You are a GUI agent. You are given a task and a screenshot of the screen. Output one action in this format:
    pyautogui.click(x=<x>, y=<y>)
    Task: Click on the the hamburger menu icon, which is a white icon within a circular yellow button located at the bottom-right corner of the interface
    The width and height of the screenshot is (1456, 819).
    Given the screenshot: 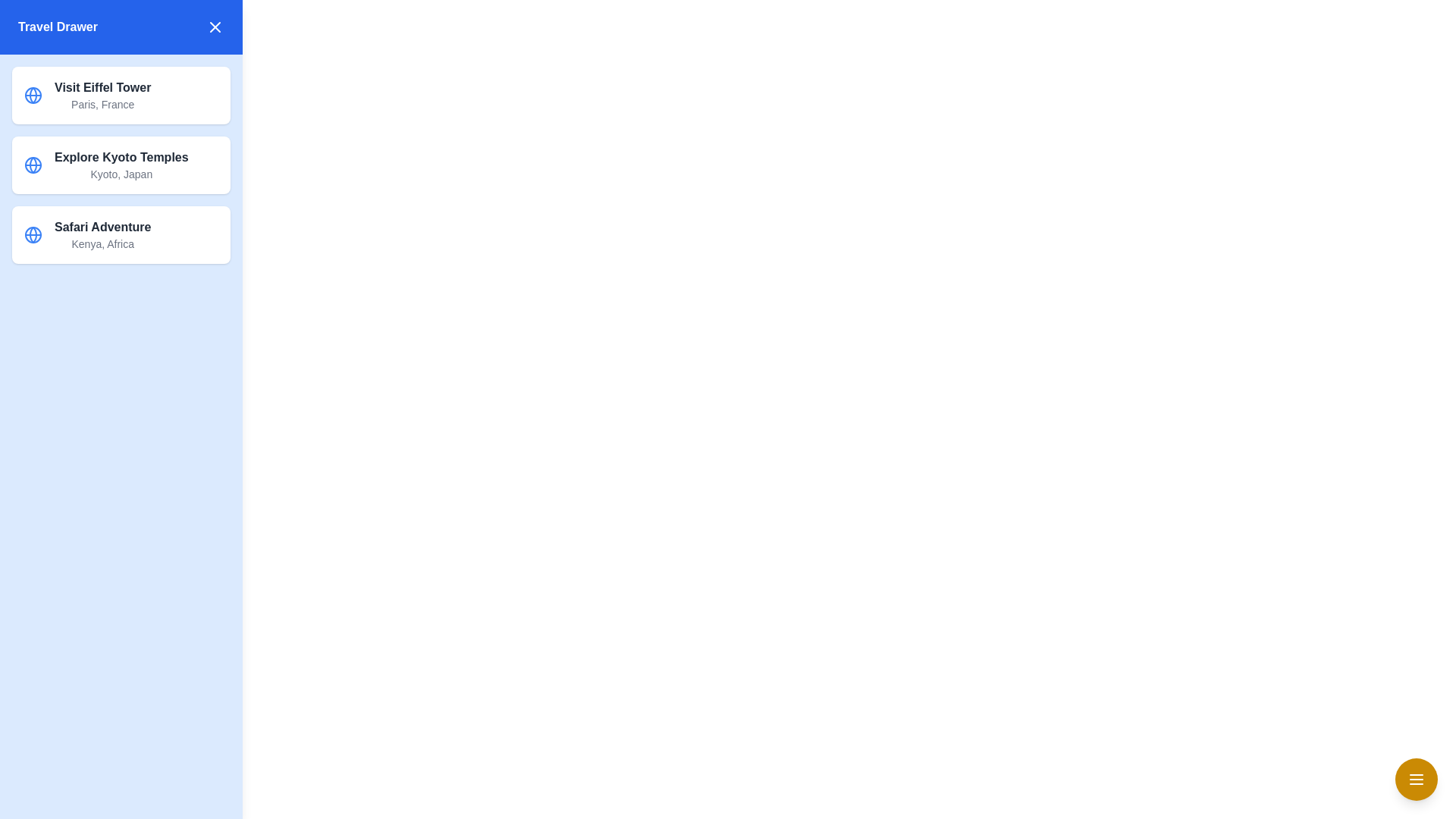 What is the action you would take?
    pyautogui.click(x=1415, y=780)
    